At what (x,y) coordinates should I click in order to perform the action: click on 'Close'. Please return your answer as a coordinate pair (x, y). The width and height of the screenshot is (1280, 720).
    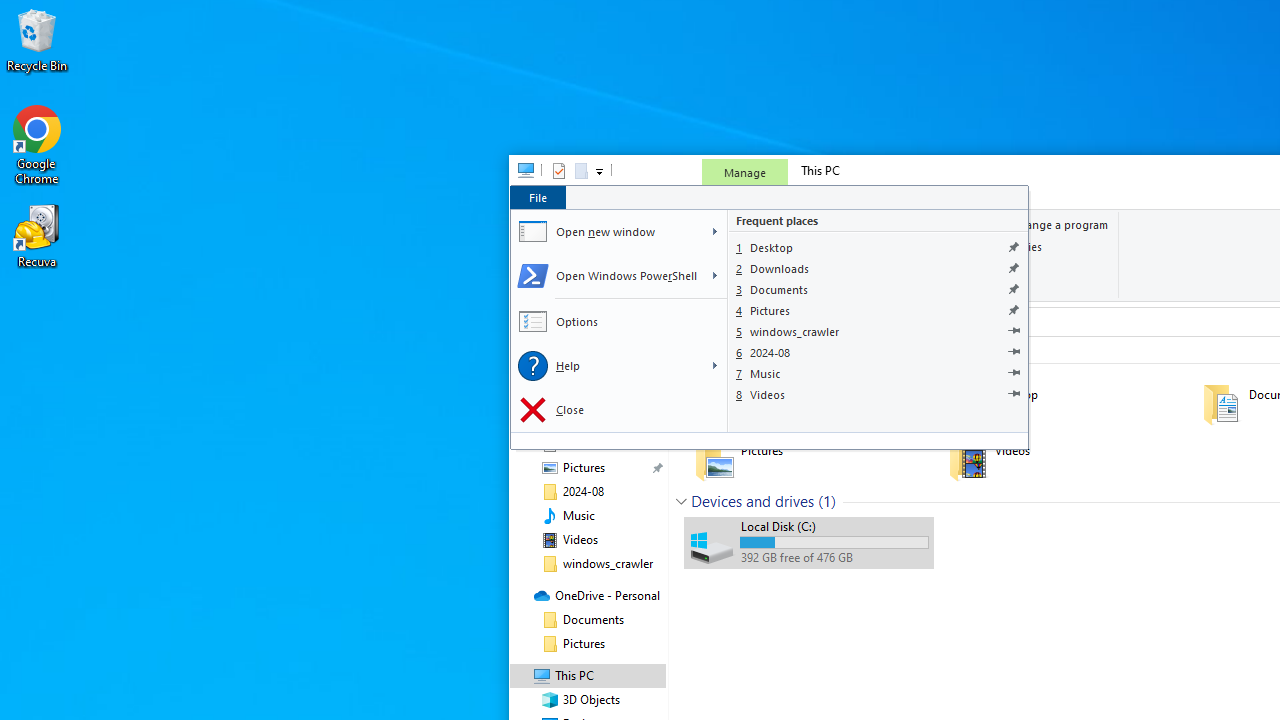
    Looking at the image, I should click on (617, 409).